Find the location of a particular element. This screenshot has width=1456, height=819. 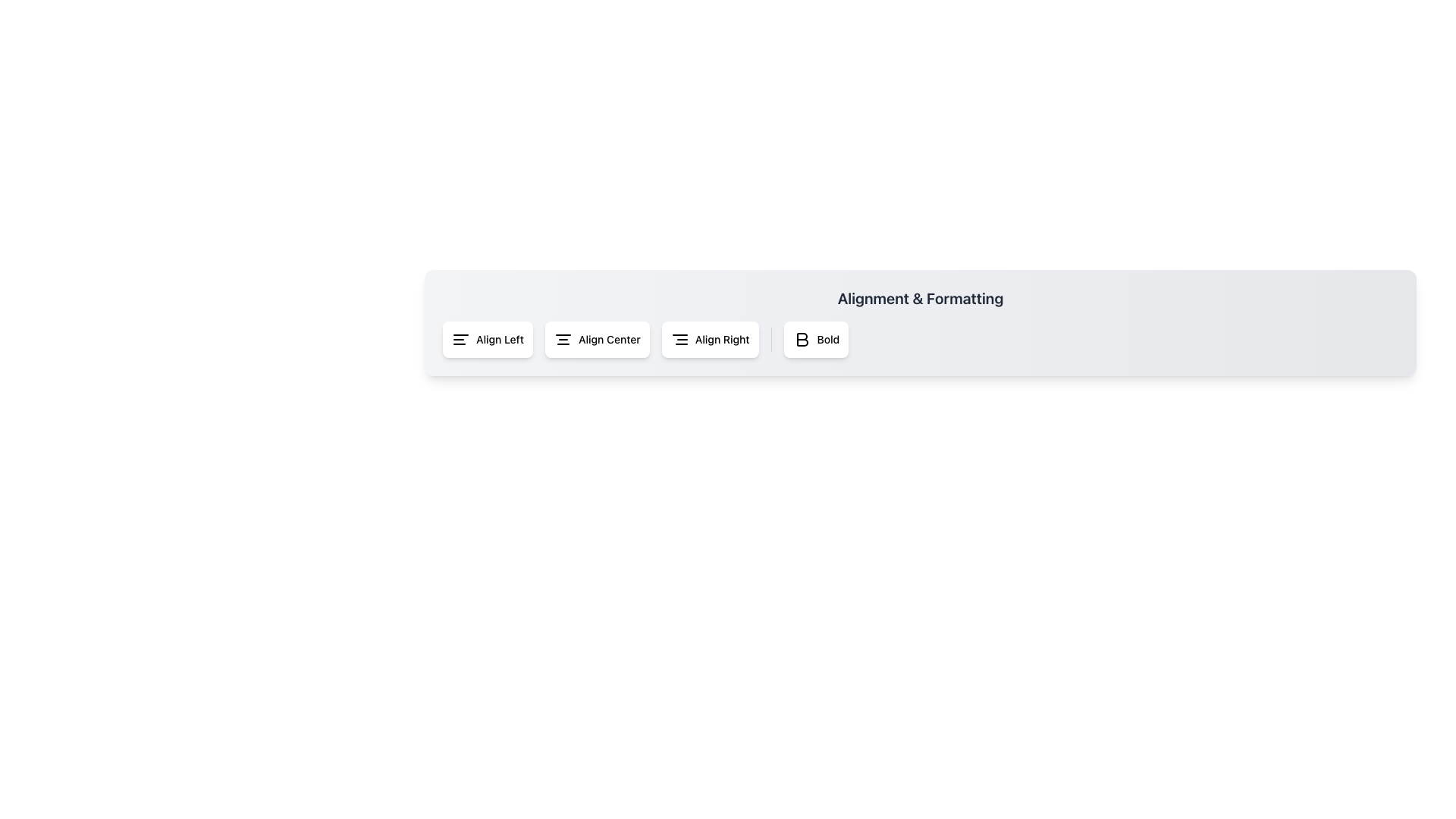

the 'Align Right' button label in the horizontal toolbar, which indicates the action of aligning text to the right is located at coordinates (721, 338).